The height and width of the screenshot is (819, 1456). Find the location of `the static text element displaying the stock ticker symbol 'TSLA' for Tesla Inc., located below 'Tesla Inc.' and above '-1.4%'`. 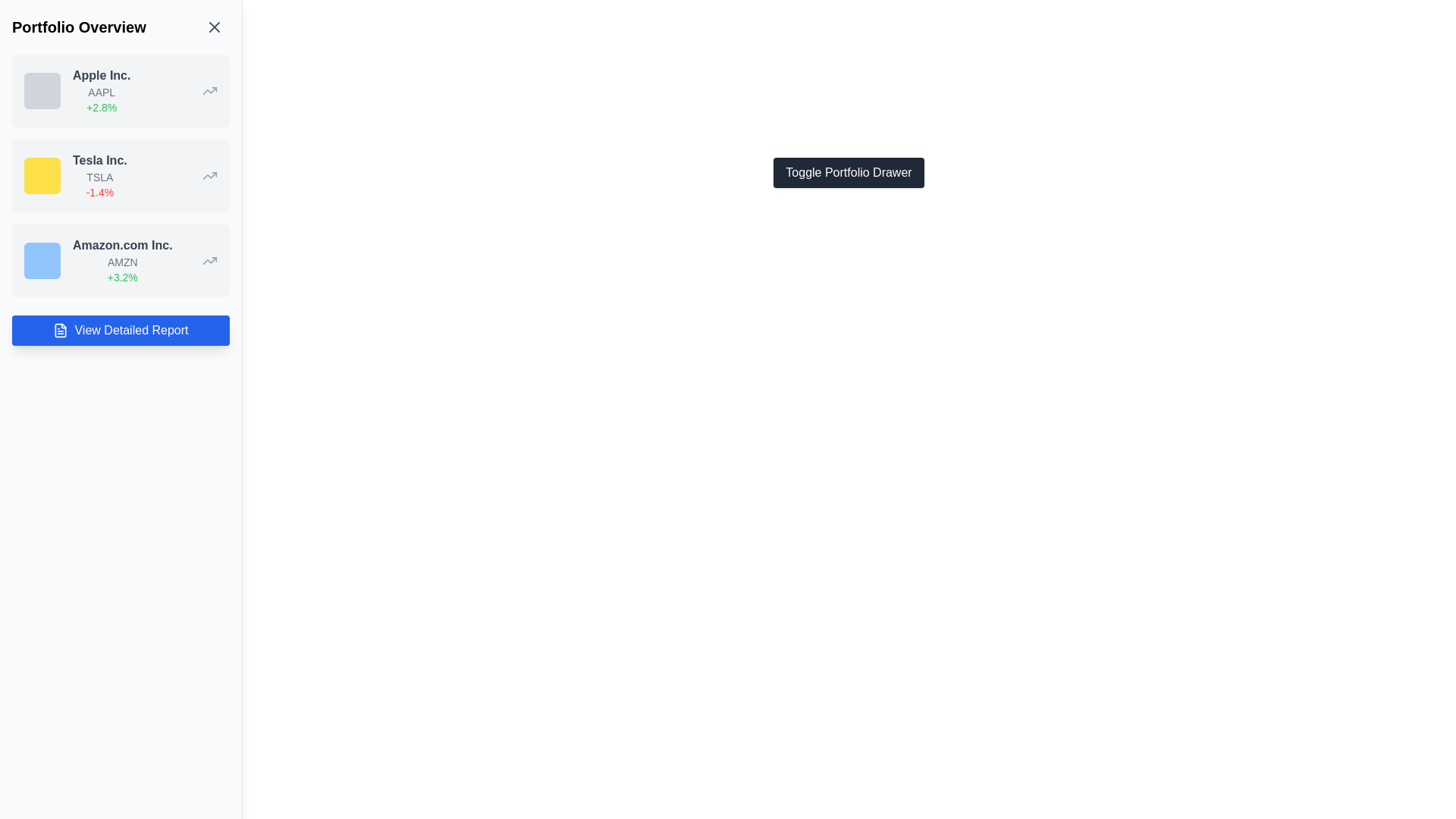

the static text element displaying the stock ticker symbol 'TSLA' for Tesla Inc., located below 'Tesla Inc.' and above '-1.4%' is located at coordinates (99, 177).